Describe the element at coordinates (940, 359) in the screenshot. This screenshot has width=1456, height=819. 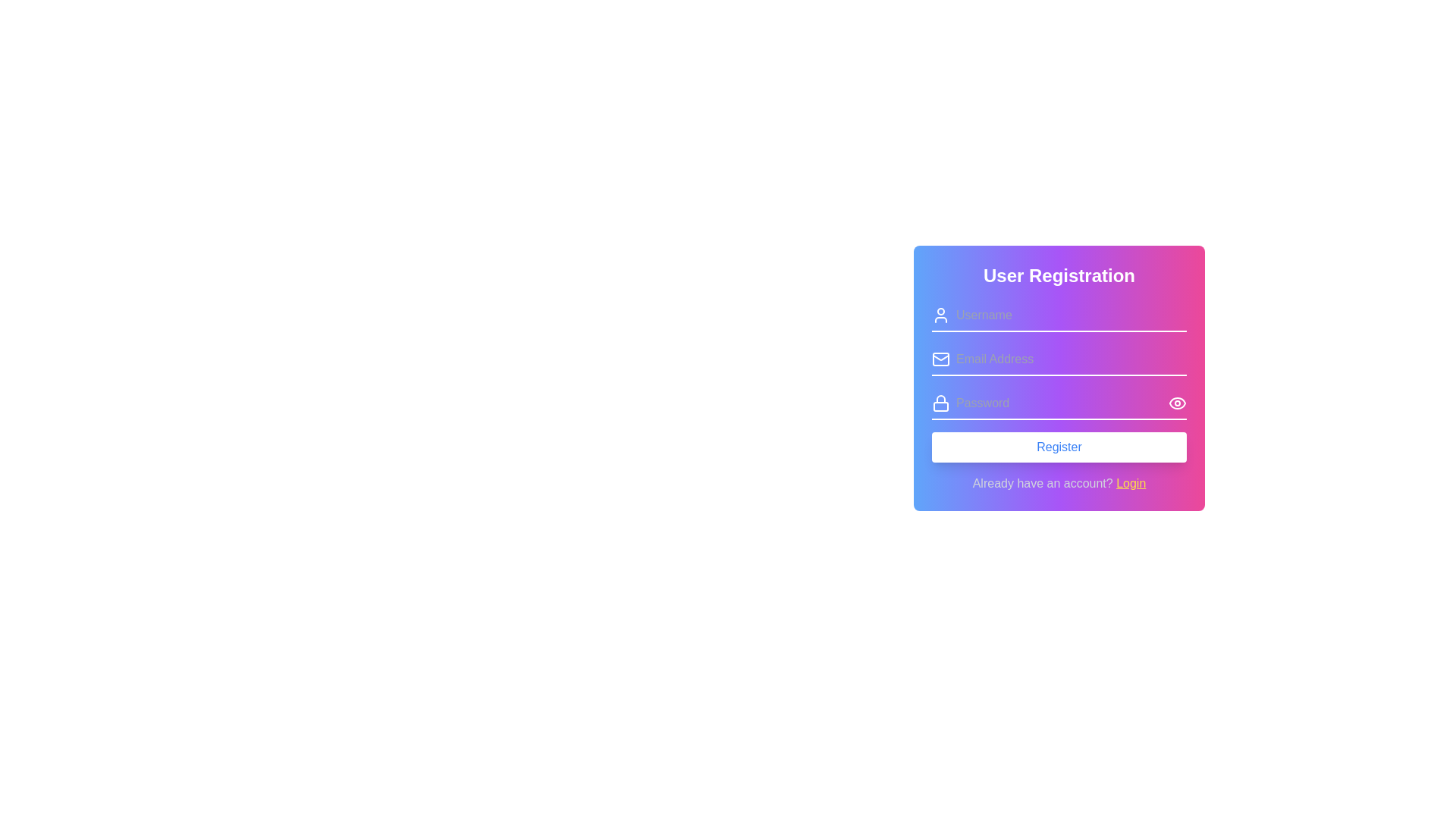
I see `the envelope icon located to the left of the 'Email Address' input field in the user registration form` at that location.